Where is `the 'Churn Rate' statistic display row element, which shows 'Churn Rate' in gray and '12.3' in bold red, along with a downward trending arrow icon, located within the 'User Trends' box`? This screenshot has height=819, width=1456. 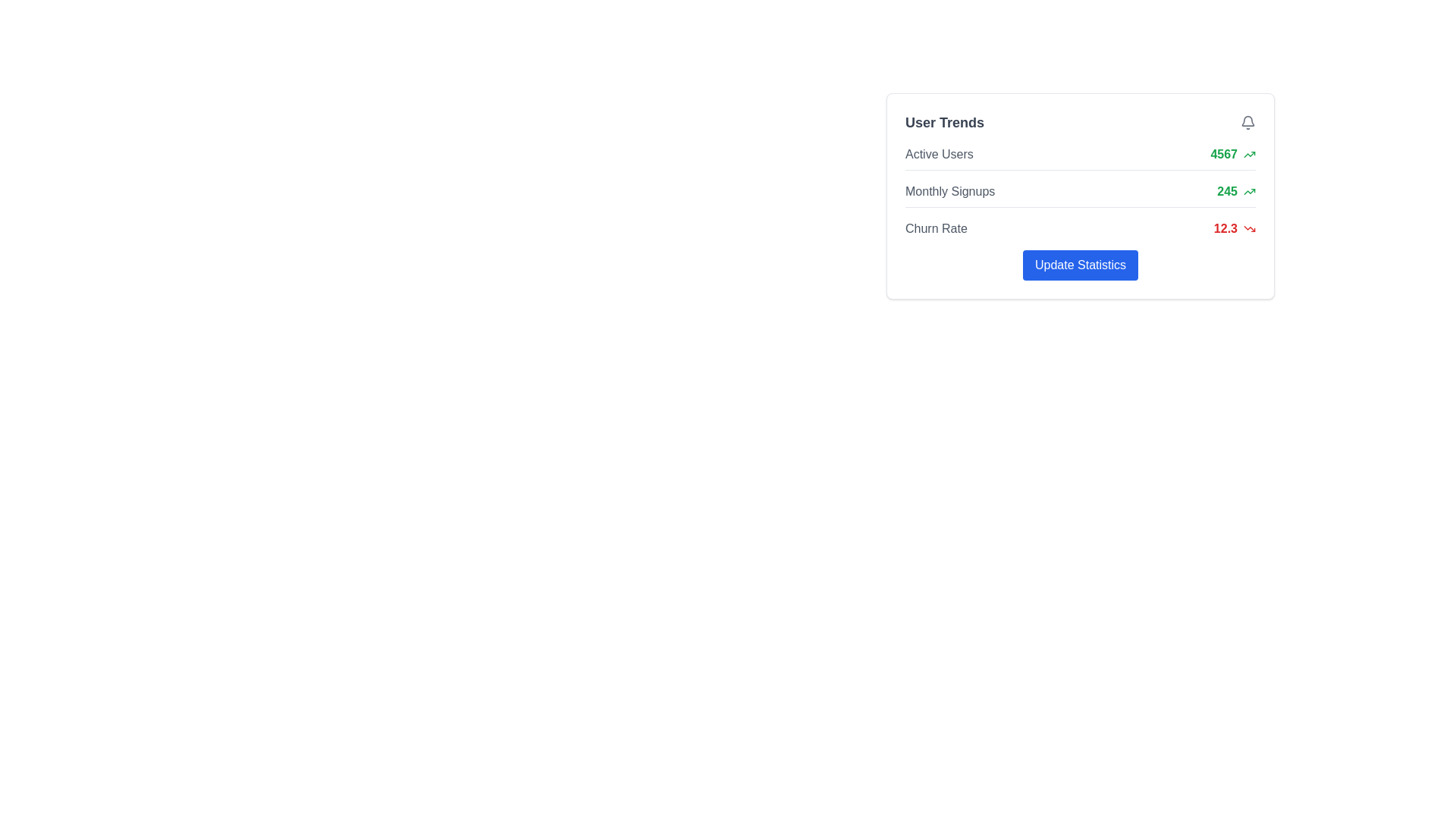 the 'Churn Rate' statistic display row element, which shows 'Churn Rate' in gray and '12.3' in bold red, along with a downward trending arrow icon, located within the 'User Trends' box is located at coordinates (1080, 228).